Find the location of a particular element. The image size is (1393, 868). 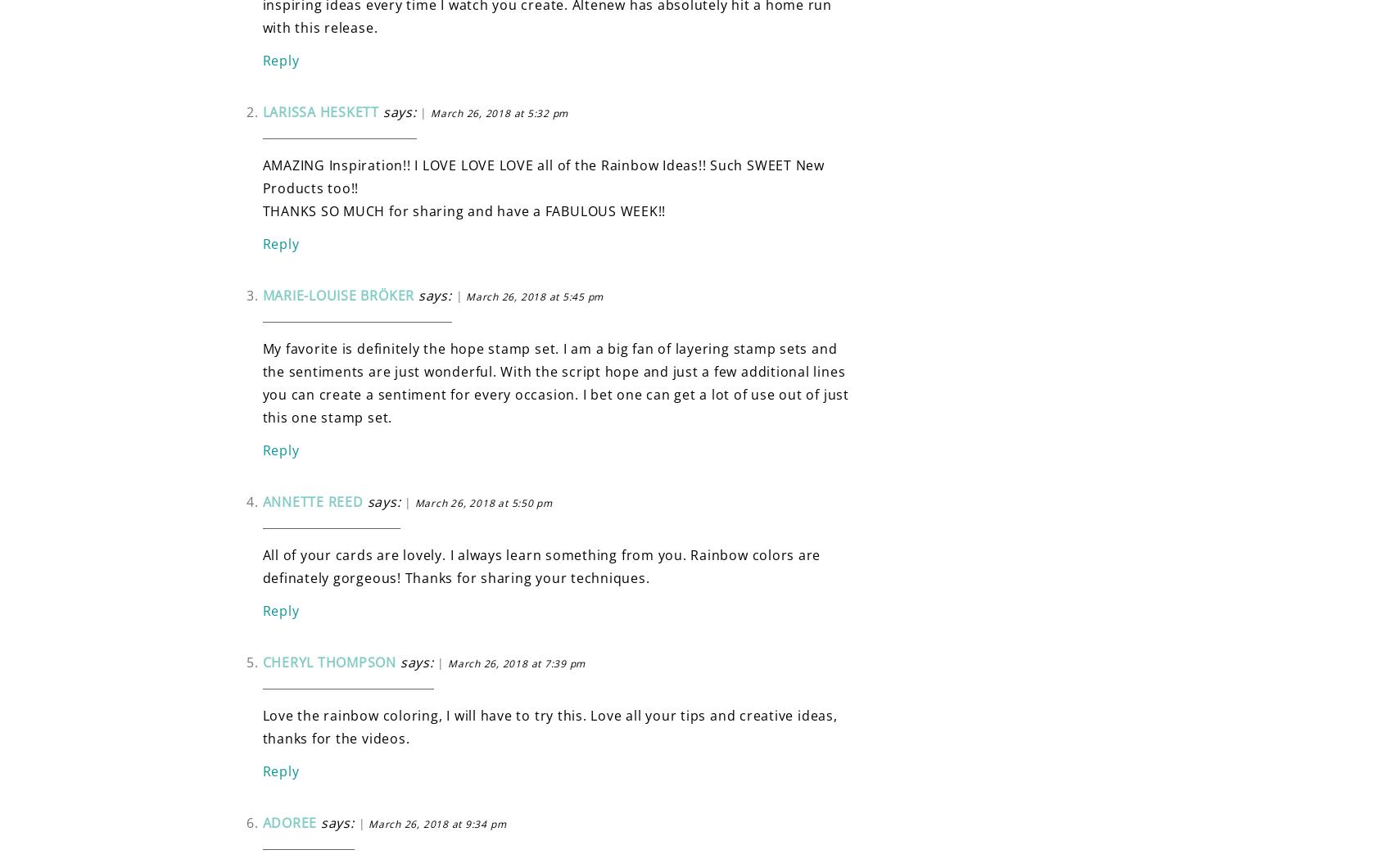

'All of your cards are lovely. I always learn something from you. Rainbow colors are definately gorgeous! Thanks for sharing your techniques.' is located at coordinates (540, 565).